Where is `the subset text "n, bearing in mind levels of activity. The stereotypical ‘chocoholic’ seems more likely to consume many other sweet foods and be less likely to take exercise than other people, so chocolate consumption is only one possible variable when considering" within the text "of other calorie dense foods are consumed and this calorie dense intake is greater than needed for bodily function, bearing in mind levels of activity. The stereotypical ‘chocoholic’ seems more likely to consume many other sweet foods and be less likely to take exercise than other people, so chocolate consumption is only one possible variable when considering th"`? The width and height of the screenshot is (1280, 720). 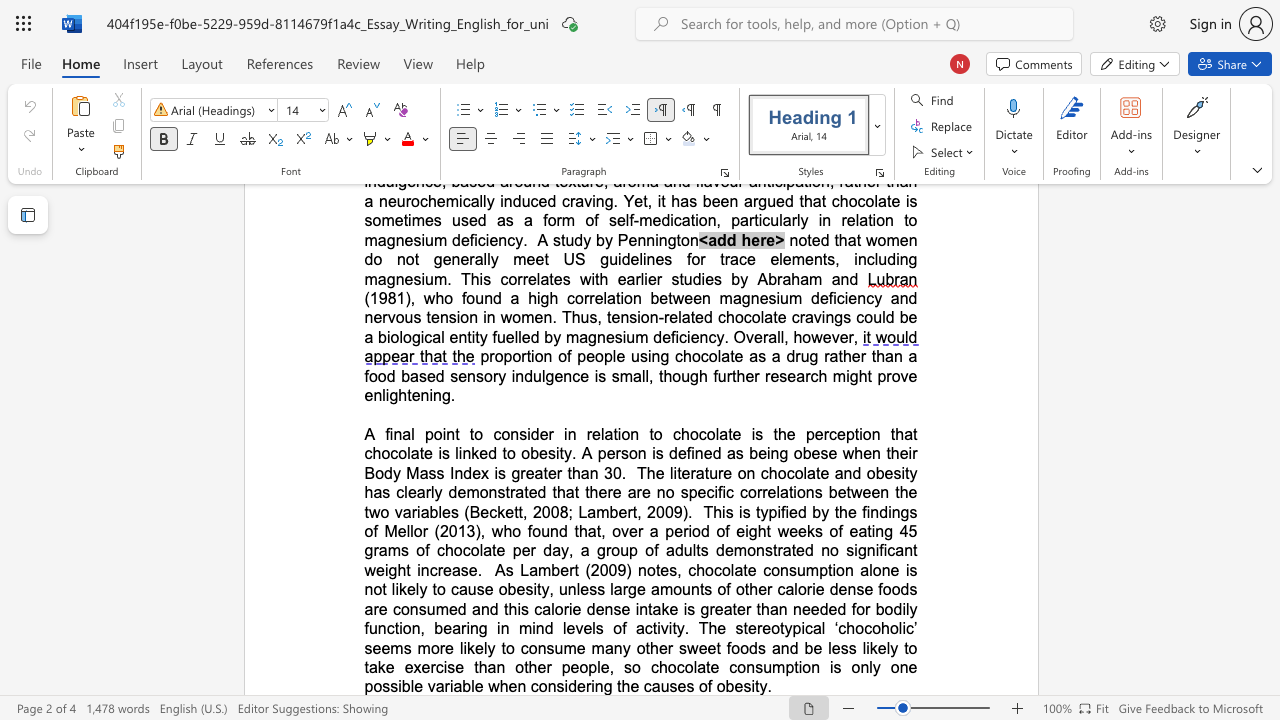 the subset text "n, bearing in mind levels of activity. The stereotypical ‘chocoholic’ seems more likely to consume many other sweet foods and be less likely to take exercise than other people, so chocolate consumption is only one possible variable when considering" within the text "of other calorie dense foods are consumed and this calorie dense intake is greater than needed for bodily function, bearing in mind levels of activity. The stereotypical ‘chocoholic’ seems more likely to consume many other sweet foods and be less likely to take exercise than other people, so chocolate consumption is only one possible variable when considering th" is located at coordinates (410, 627).